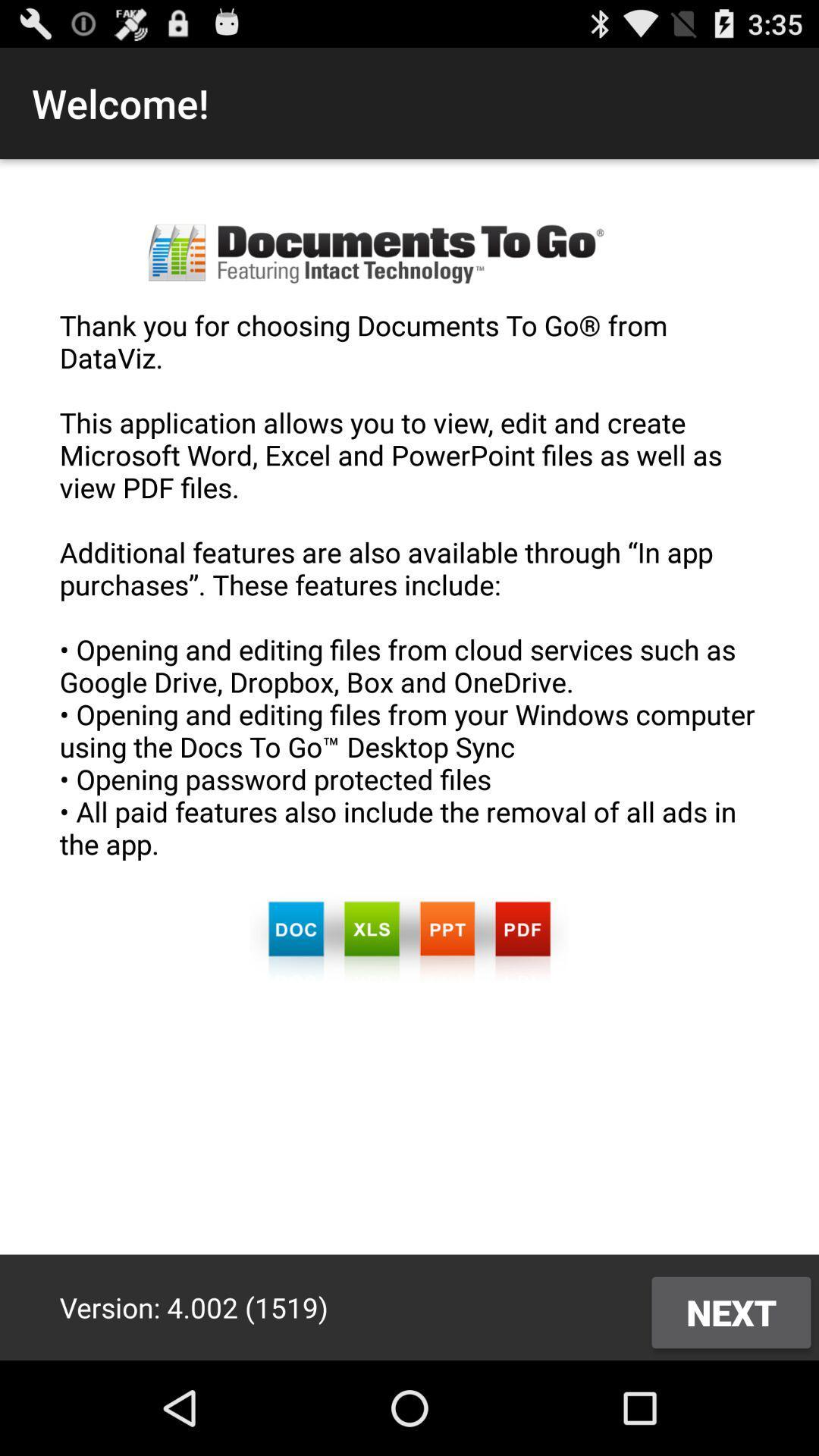 This screenshot has height=1456, width=819. I want to click on next, so click(730, 1312).